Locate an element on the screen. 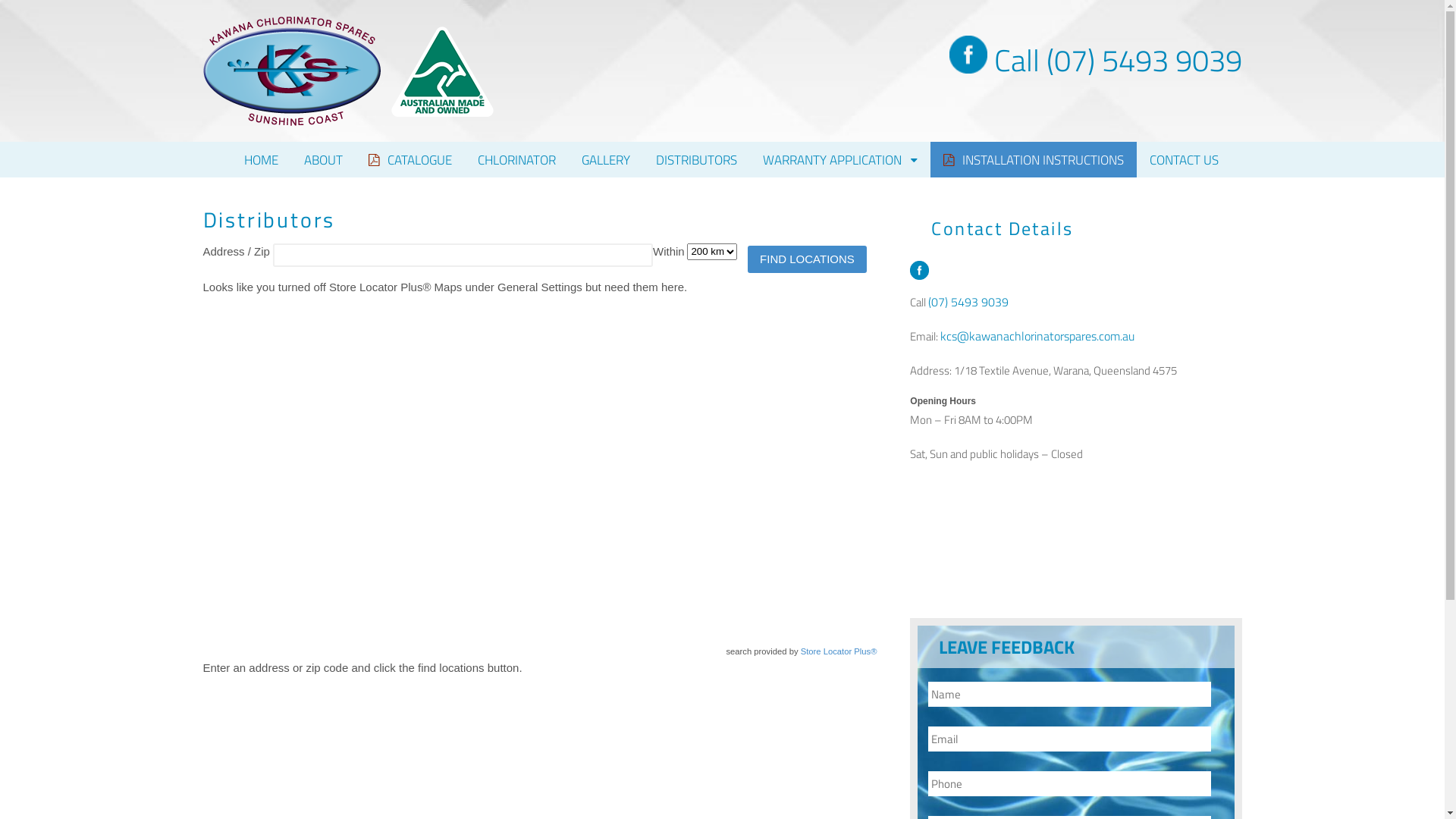 Image resolution: width=1456 pixels, height=819 pixels. 'Find Locations' is located at coordinates (747, 259).